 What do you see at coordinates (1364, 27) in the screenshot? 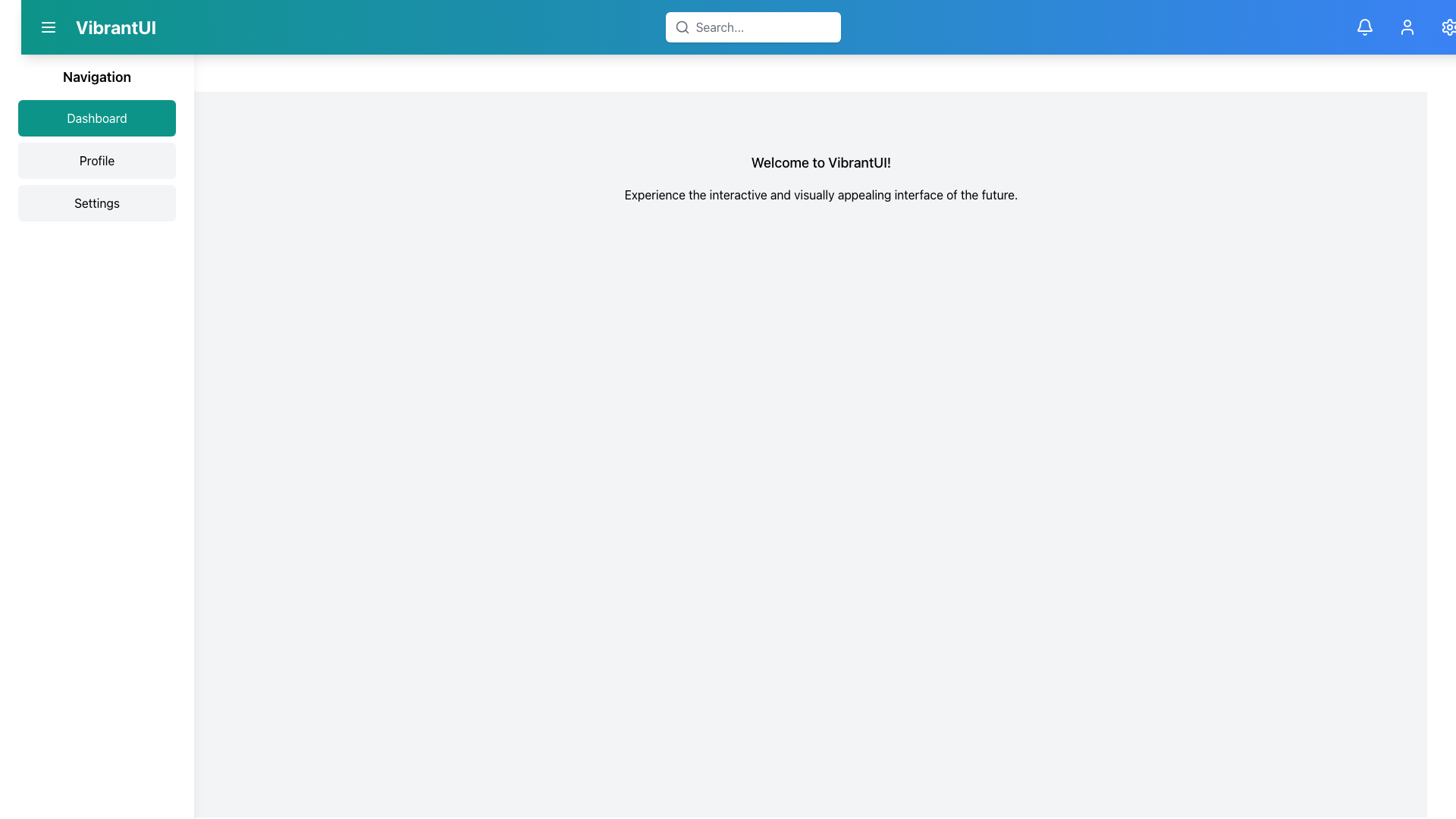
I see `the bell icon located in the top-right corner of the user interface` at bounding box center [1364, 27].